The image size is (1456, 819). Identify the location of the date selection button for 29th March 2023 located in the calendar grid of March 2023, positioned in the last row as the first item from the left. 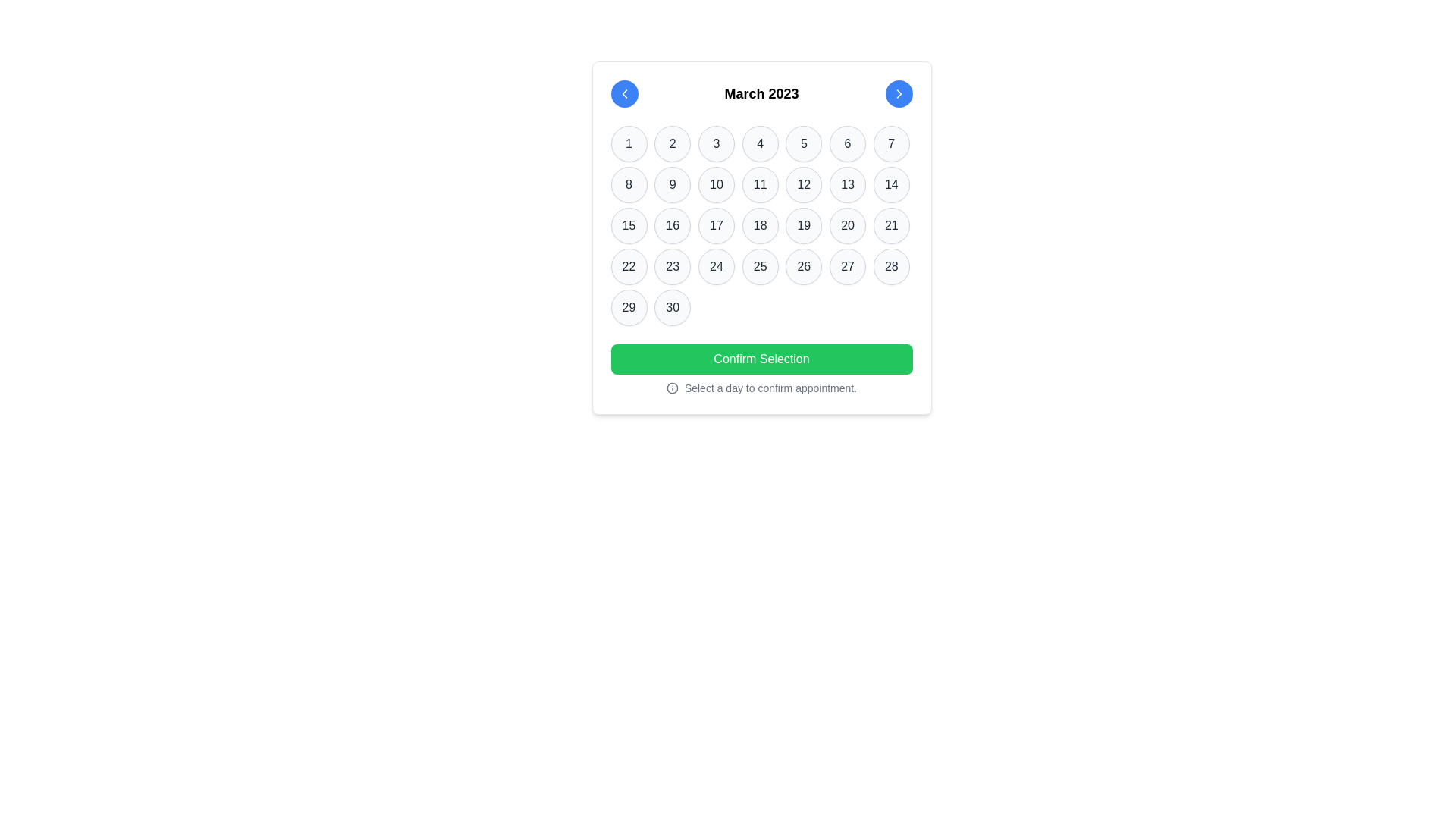
(629, 307).